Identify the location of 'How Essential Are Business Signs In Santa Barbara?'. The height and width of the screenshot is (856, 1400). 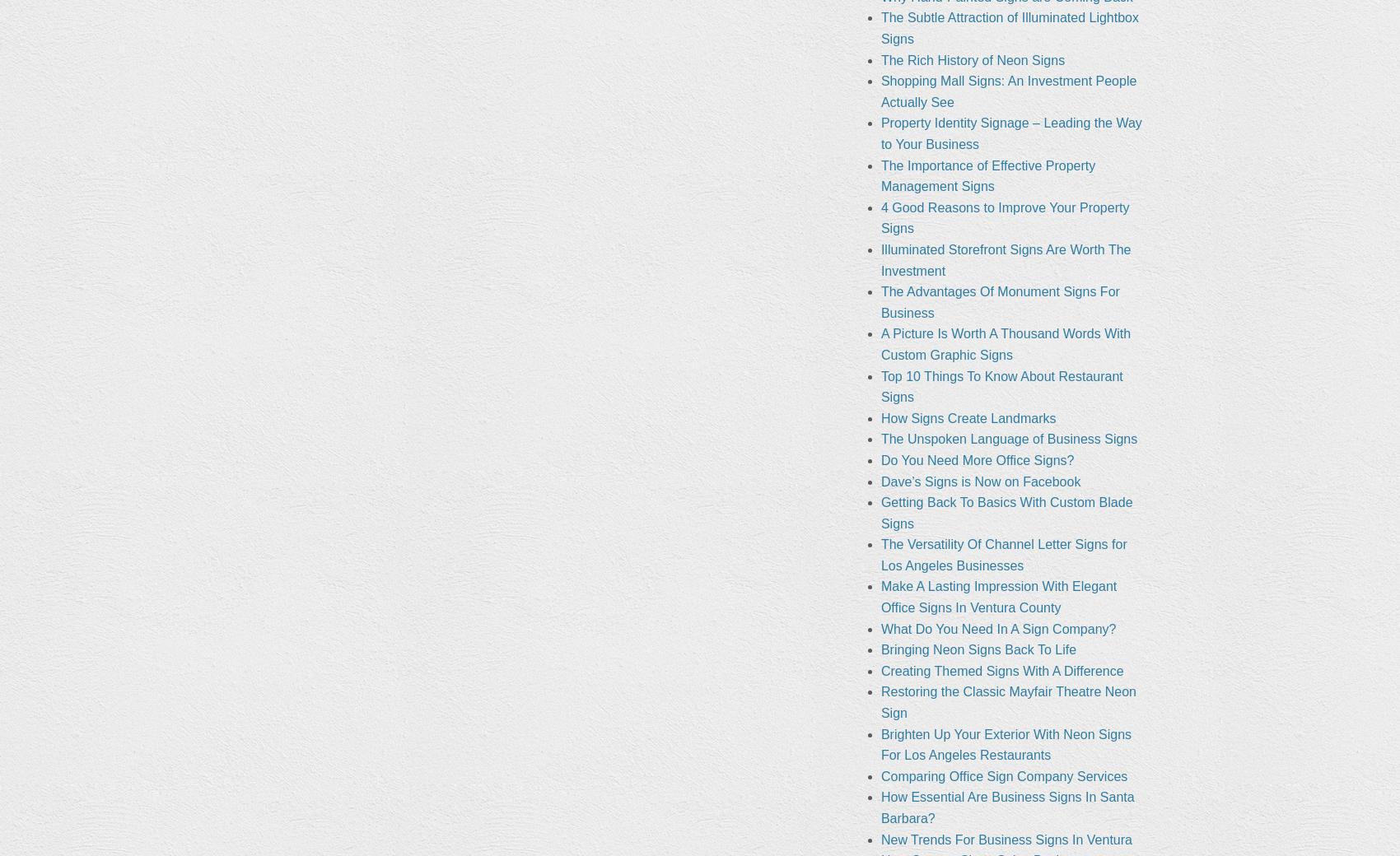
(880, 807).